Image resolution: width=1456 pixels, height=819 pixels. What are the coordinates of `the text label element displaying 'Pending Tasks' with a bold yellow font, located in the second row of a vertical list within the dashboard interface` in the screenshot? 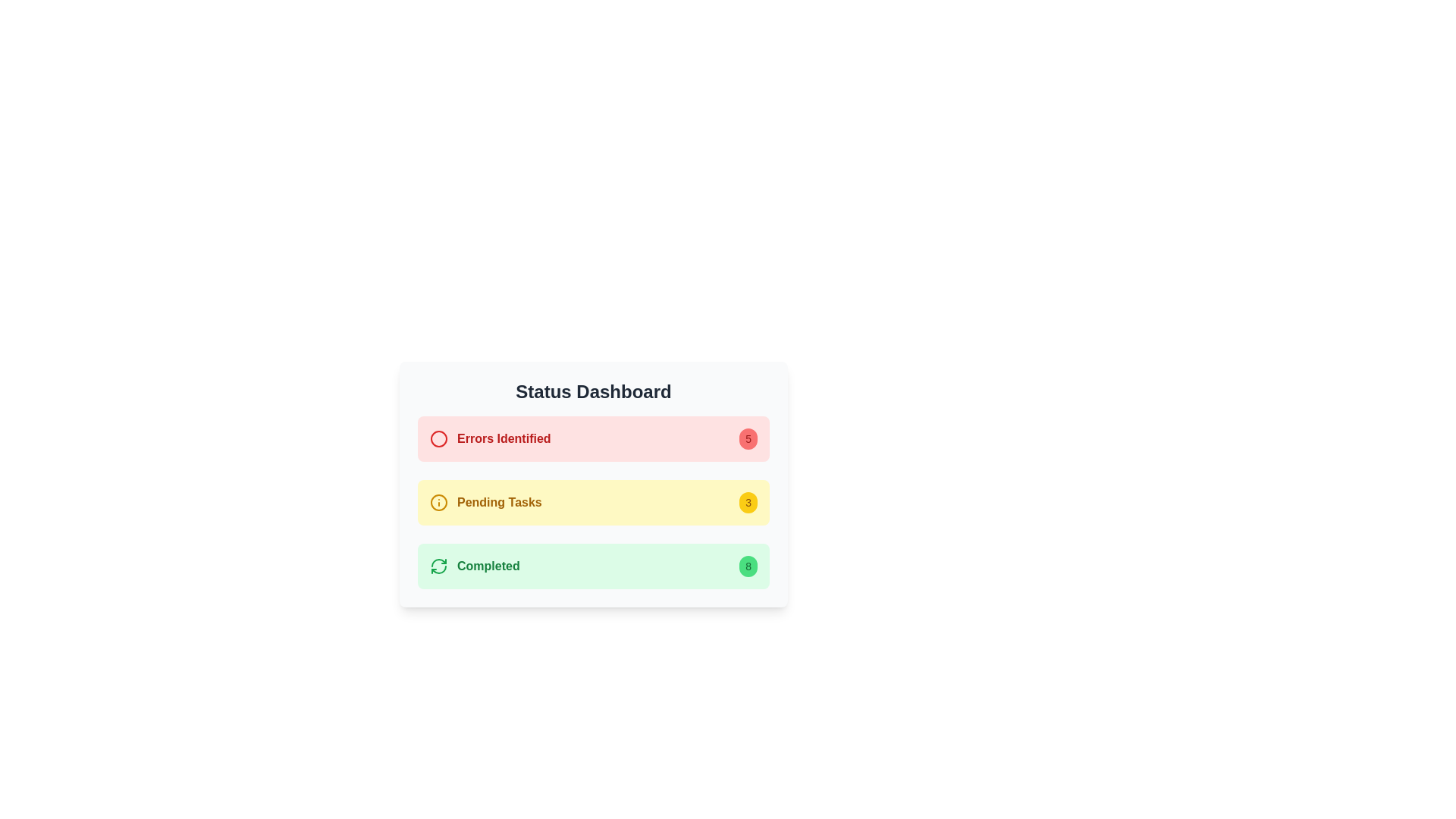 It's located at (499, 503).